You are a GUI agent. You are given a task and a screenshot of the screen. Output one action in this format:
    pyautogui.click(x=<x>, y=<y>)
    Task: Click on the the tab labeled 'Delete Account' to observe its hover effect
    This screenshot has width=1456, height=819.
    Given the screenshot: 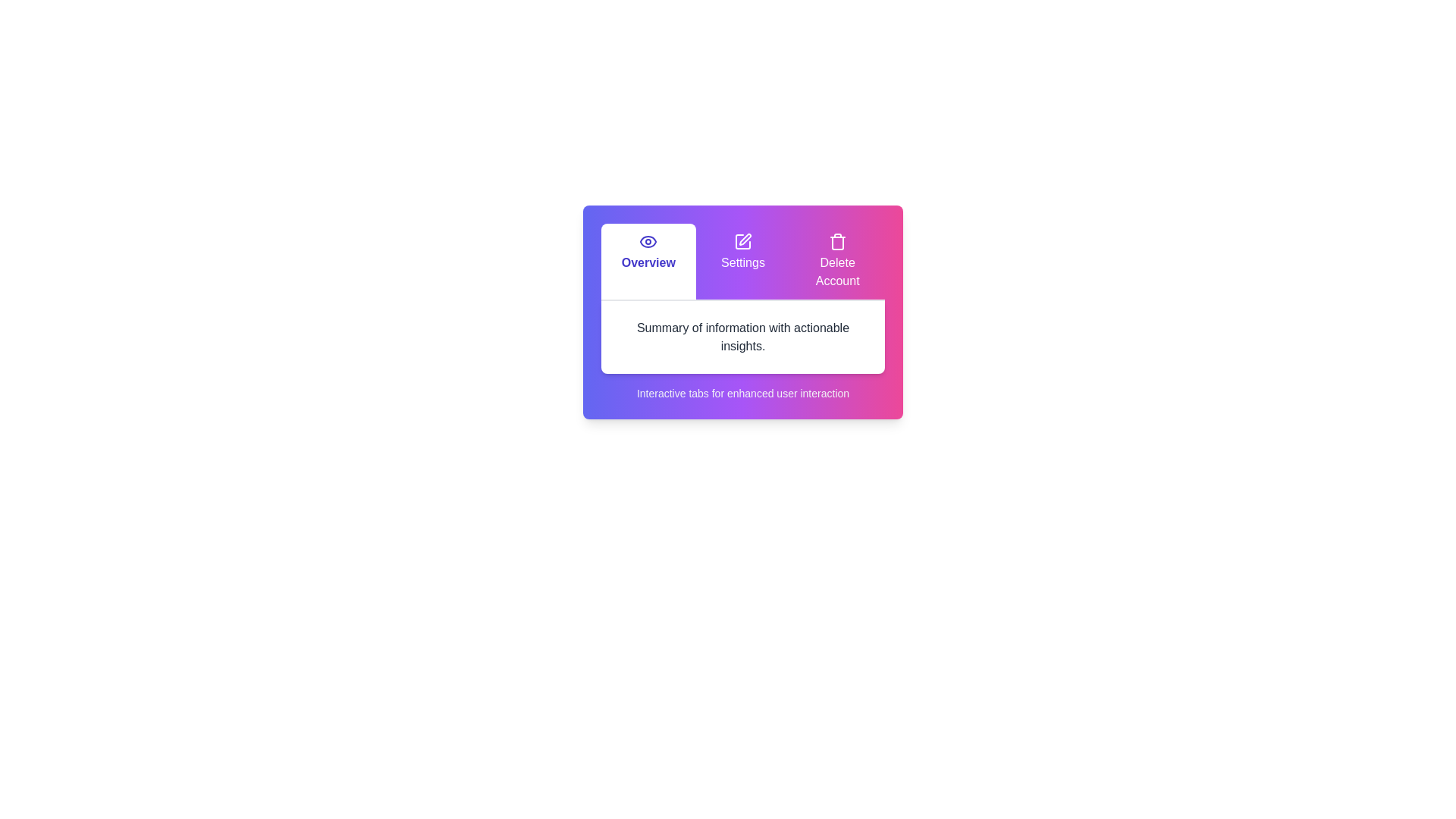 What is the action you would take?
    pyautogui.click(x=836, y=260)
    